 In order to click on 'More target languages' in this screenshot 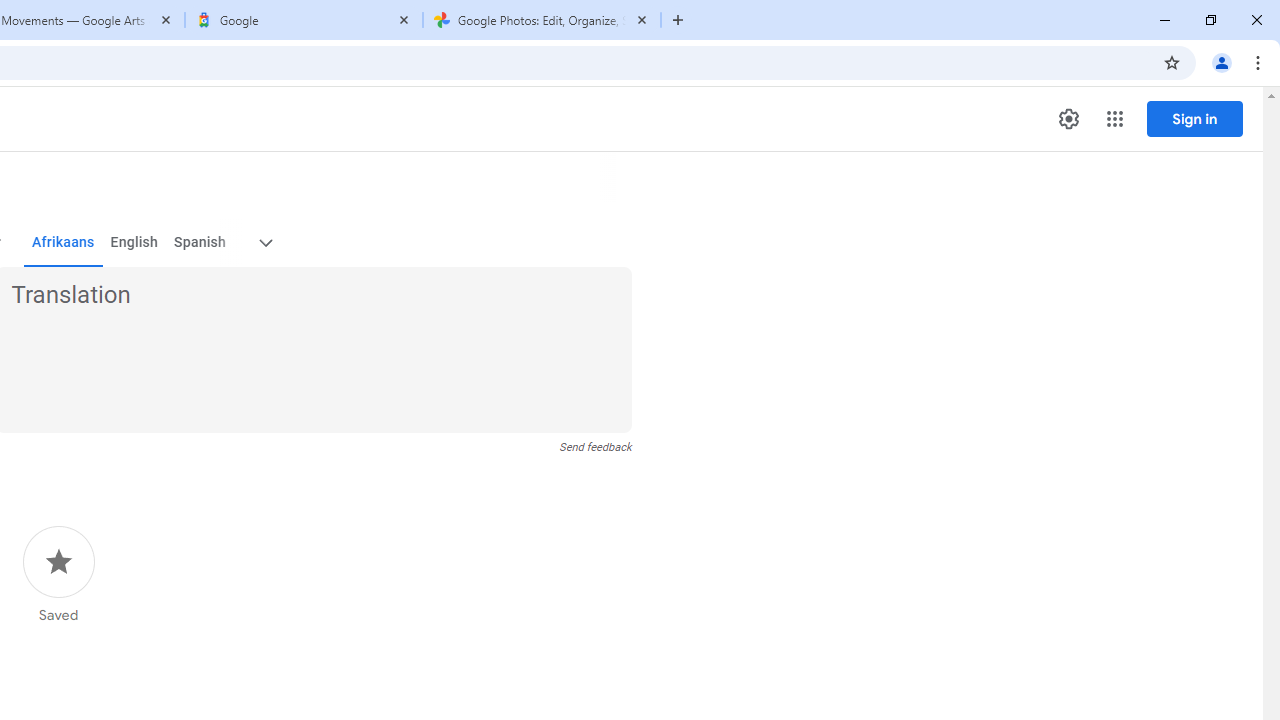, I will do `click(263, 242)`.